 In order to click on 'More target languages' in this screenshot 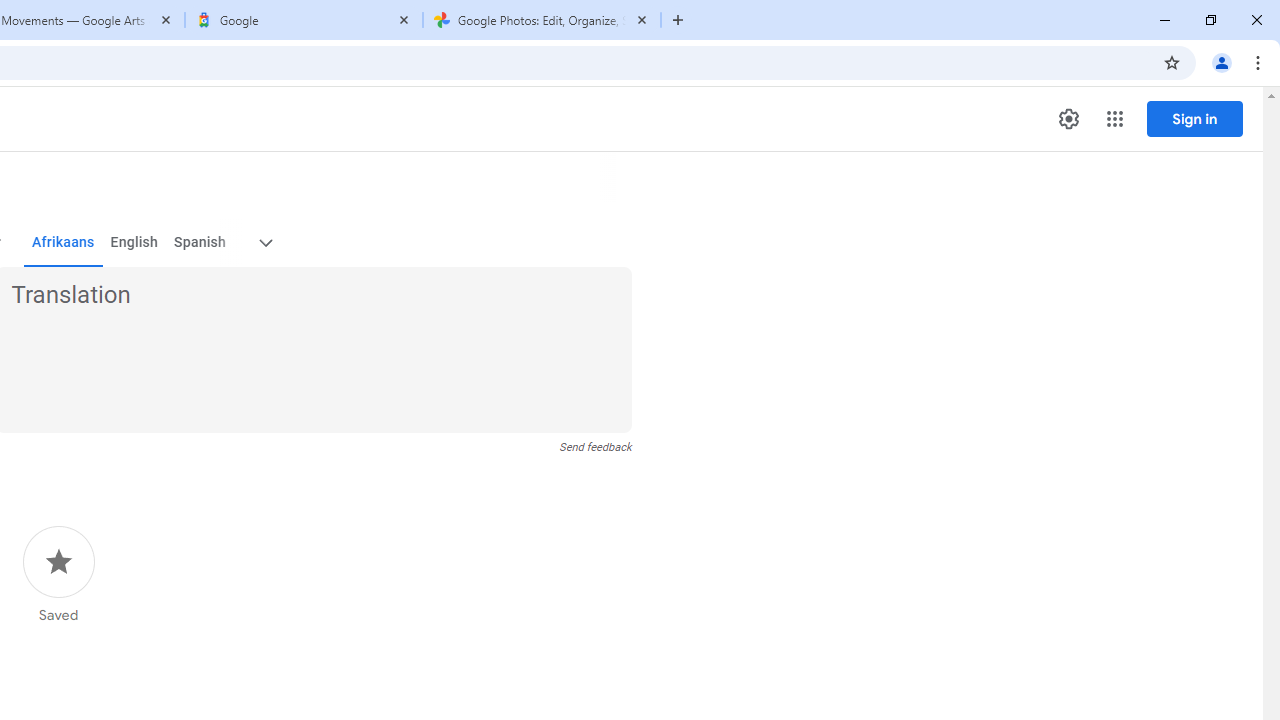, I will do `click(263, 242)`.